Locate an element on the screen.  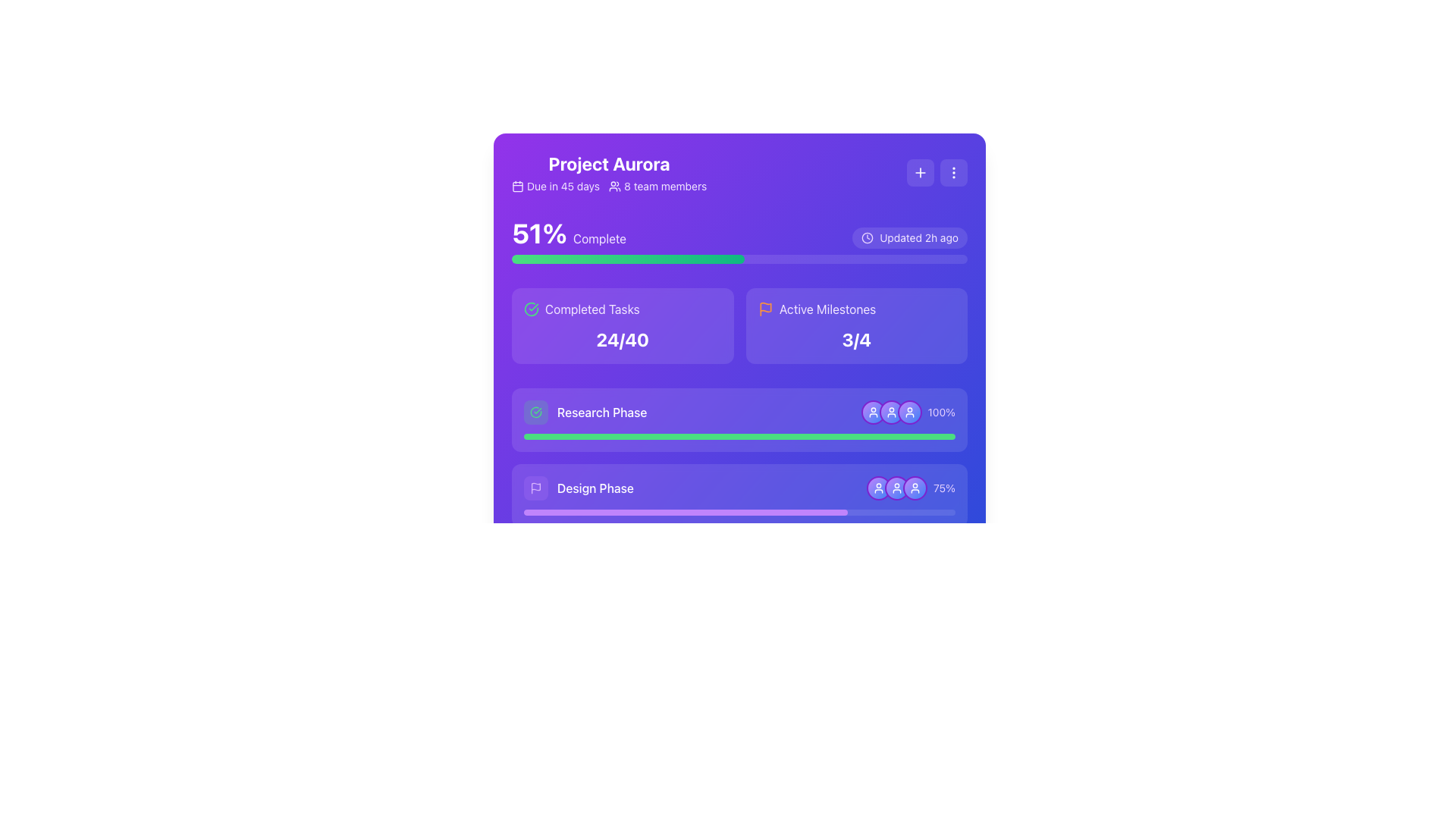
the user avatar icon representing a team member in the Design Phase progress bar, located in the lower right section of the card, to the right of the 75% progress text is located at coordinates (914, 488).